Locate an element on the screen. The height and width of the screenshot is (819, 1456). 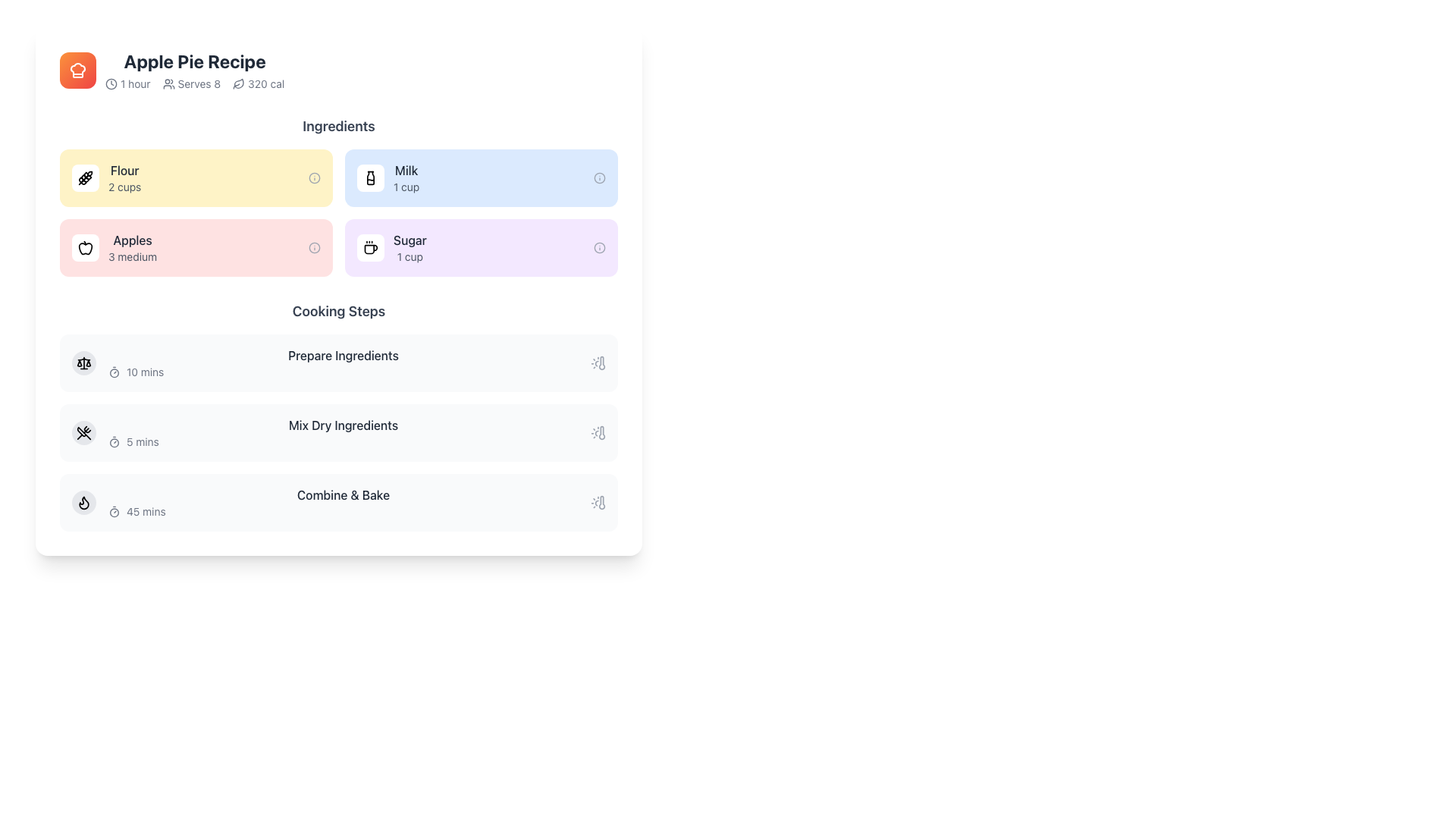
the temperature-related icon located to the far right under the 'Mix Dry Ingredients' step in the 'Cooking Steps' section is located at coordinates (597, 432).